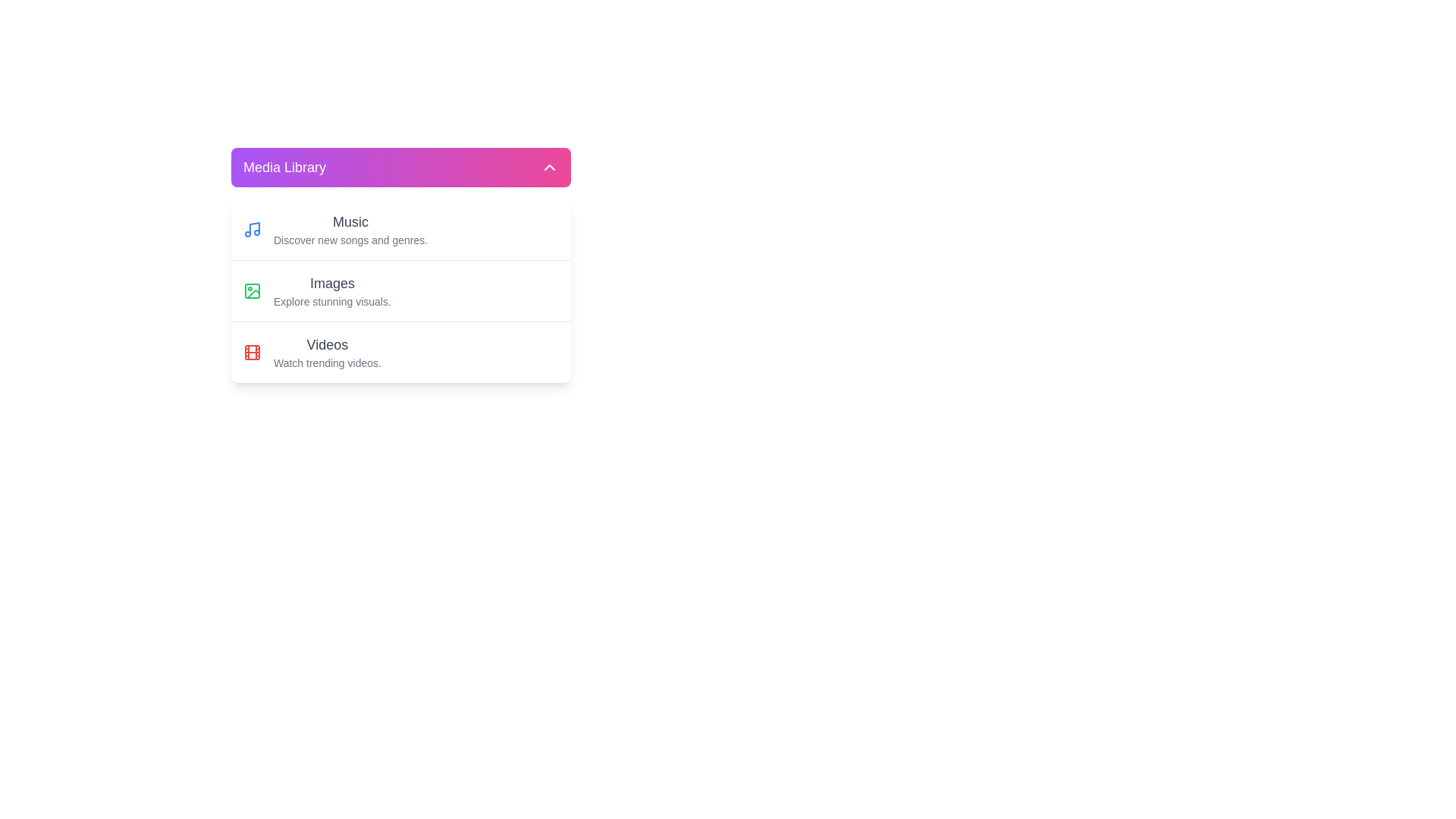 Image resolution: width=1456 pixels, height=819 pixels. What do you see at coordinates (327, 345) in the screenshot?
I see `the 'Videos' label, which is styled with a large gray font and positioned in the Media Library below 'Images'` at bounding box center [327, 345].